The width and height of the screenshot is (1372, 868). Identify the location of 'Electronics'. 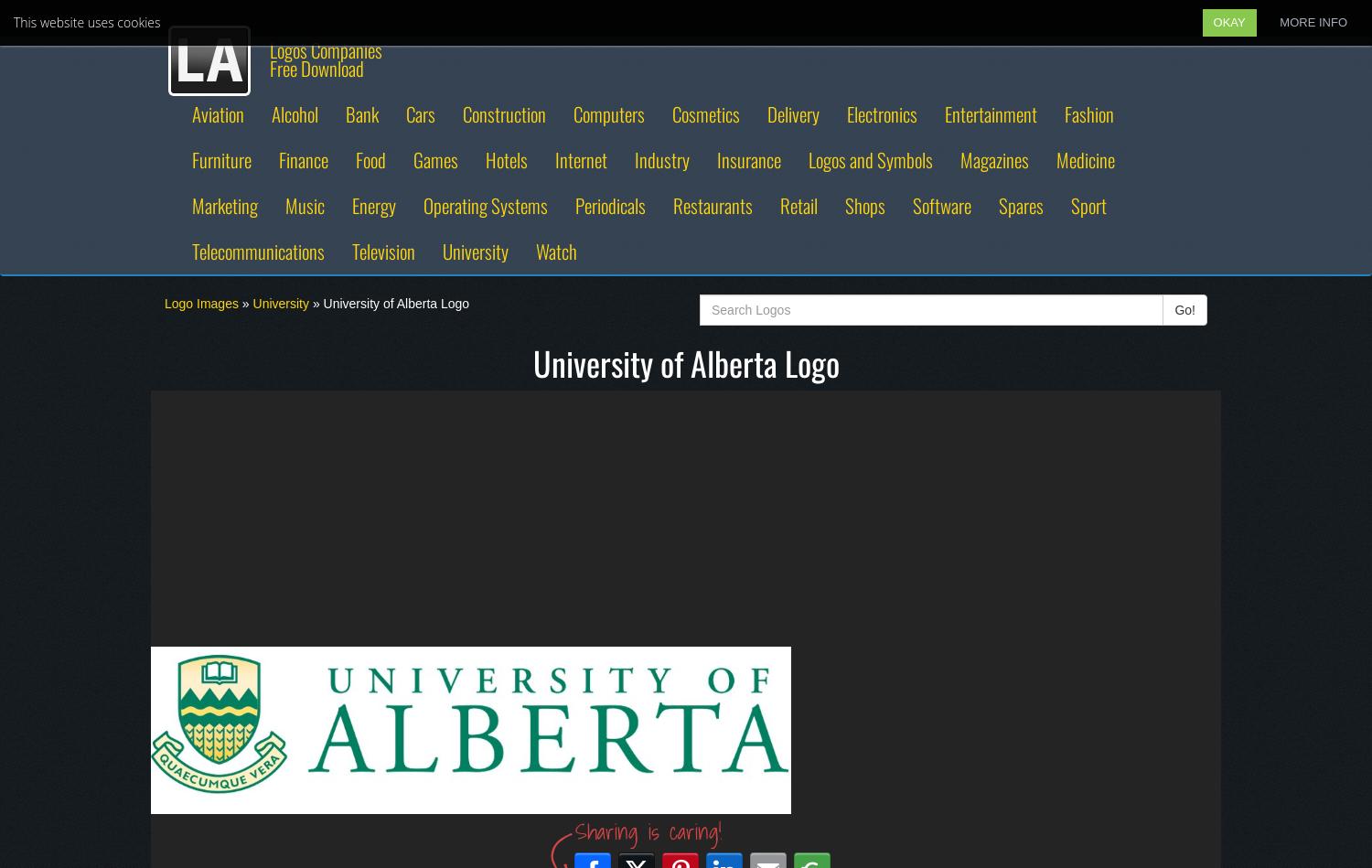
(881, 113).